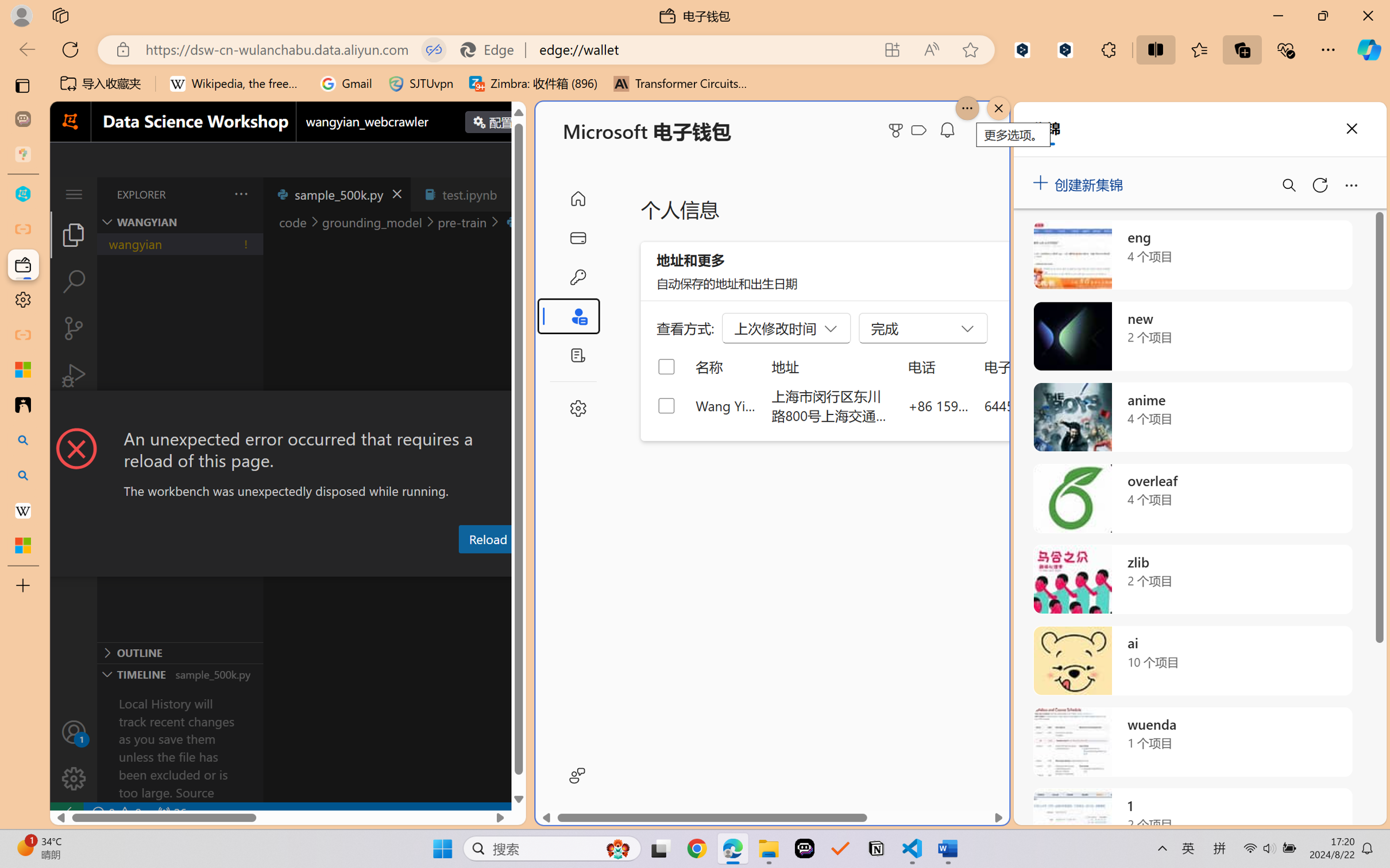 The image size is (1390, 868). Describe the element at coordinates (180, 222) in the screenshot. I see `'Explorer Section: wangyian'` at that location.